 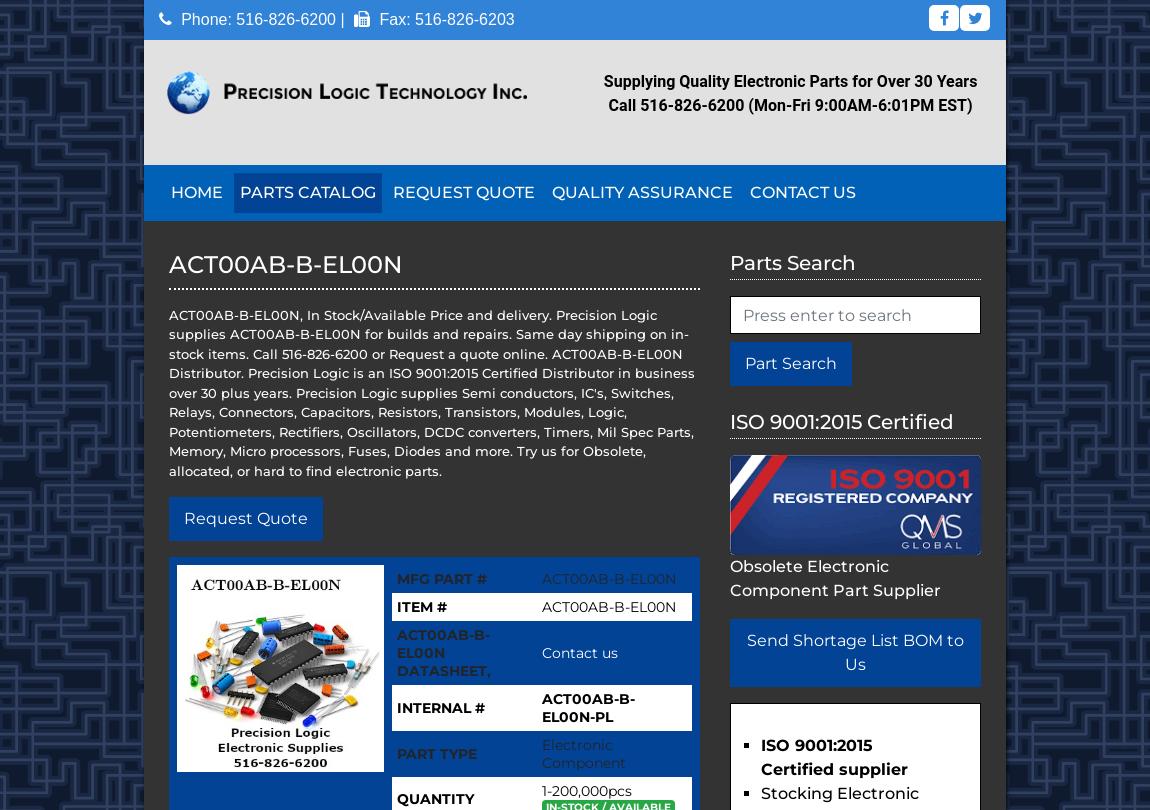 I want to click on 'Quality Assurance', so click(x=640, y=192).